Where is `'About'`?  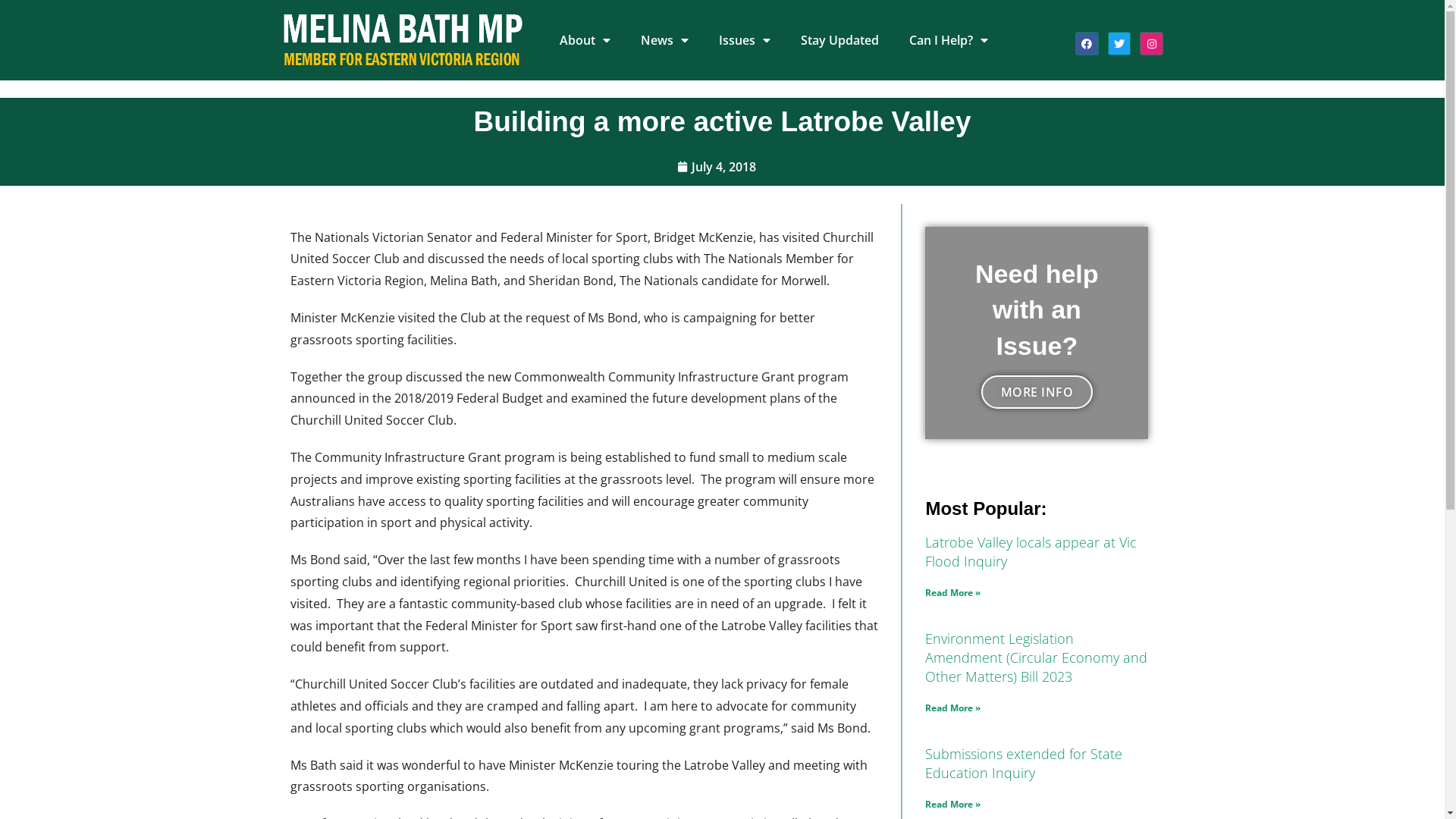 'About' is located at coordinates (584, 39).